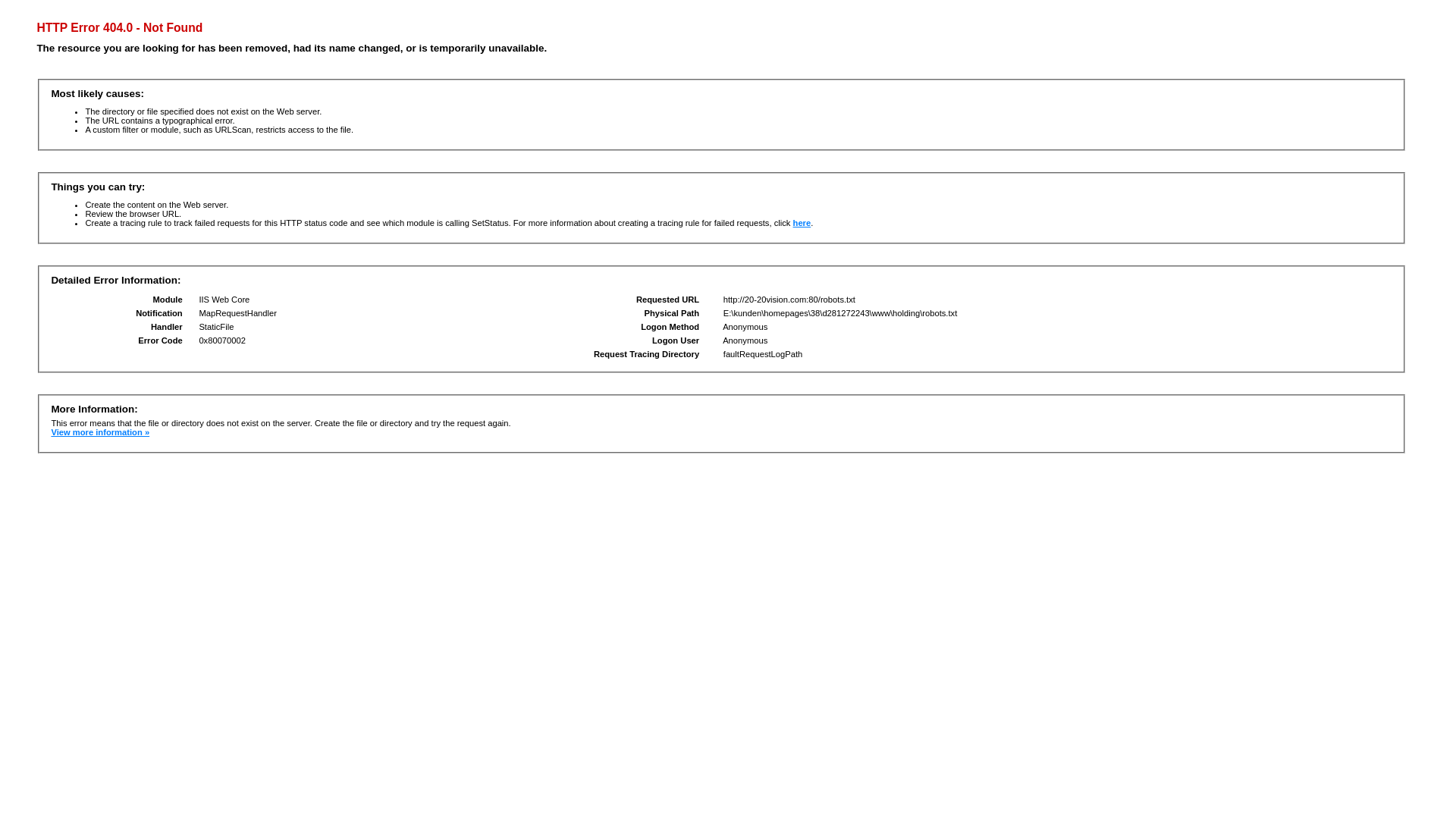 Image resolution: width=1456 pixels, height=819 pixels. What do you see at coordinates (801, 222) in the screenshot?
I see `'here'` at bounding box center [801, 222].